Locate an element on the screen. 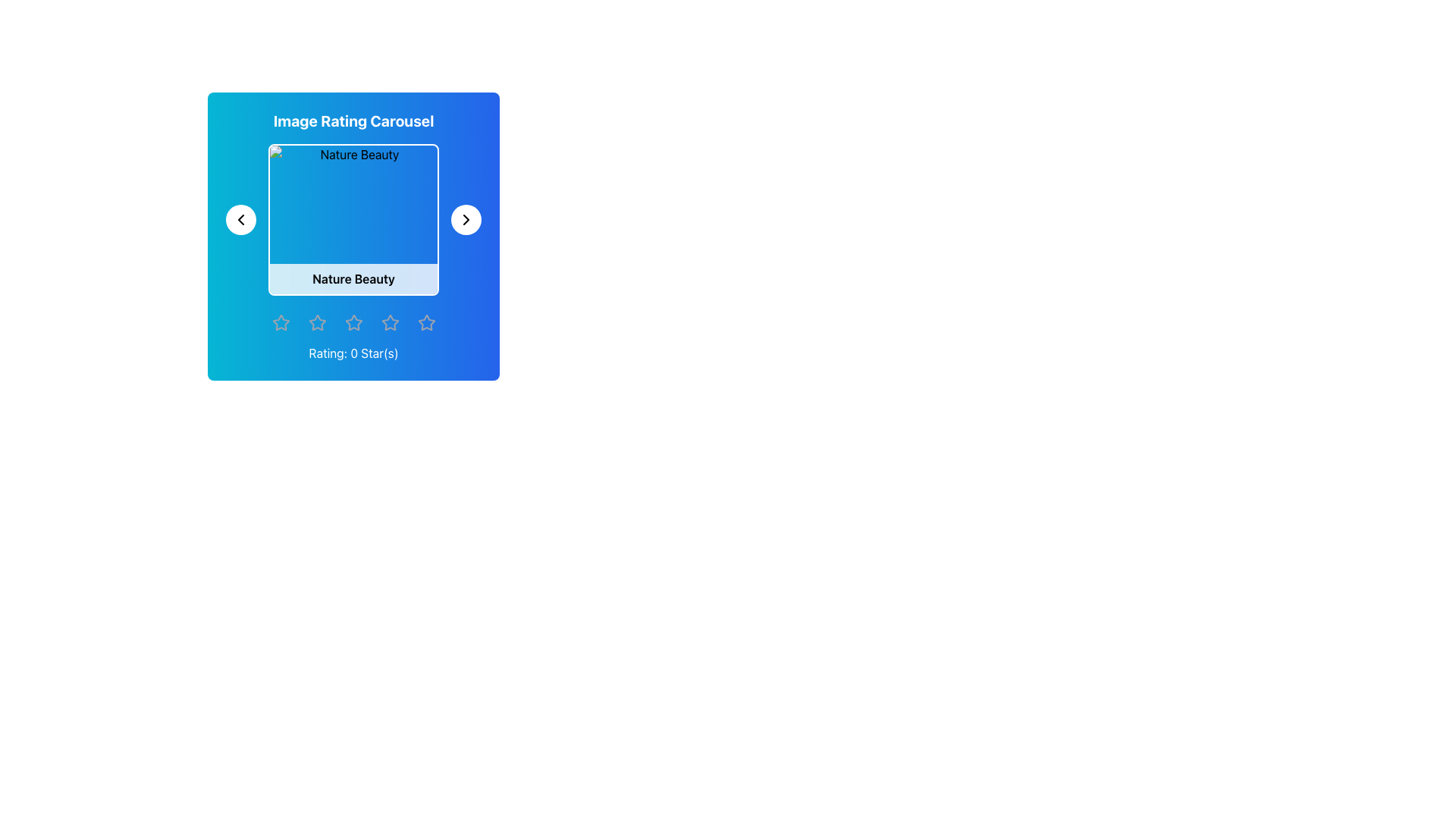 The image size is (1456, 819). the third hollow star icon in the row of five stars to rate it on the 'Image Rating Carousel' card is located at coordinates (353, 322).